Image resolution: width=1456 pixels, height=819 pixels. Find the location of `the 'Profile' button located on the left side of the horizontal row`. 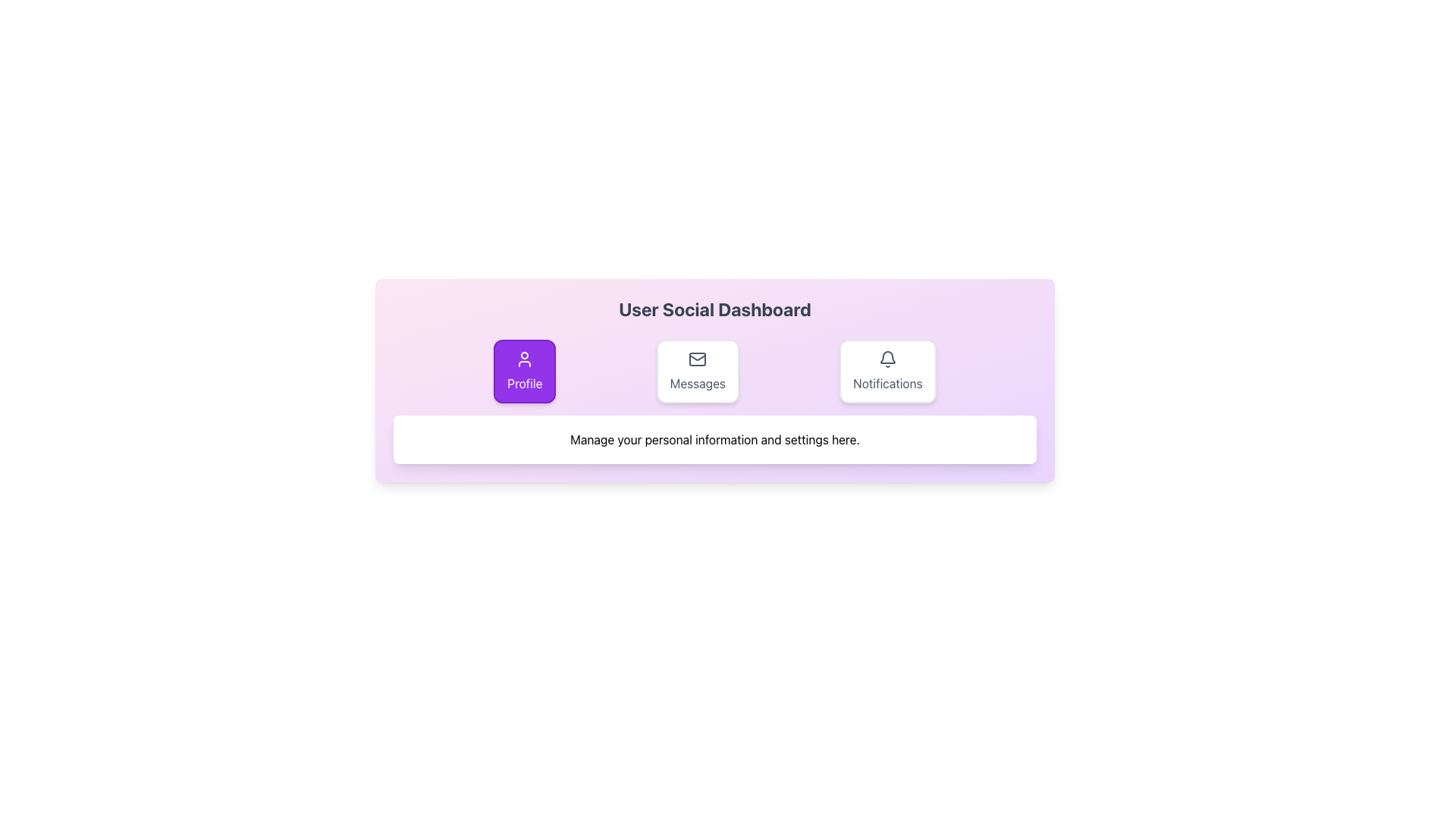

the 'Profile' button located on the left side of the horizontal row is located at coordinates (525, 382).